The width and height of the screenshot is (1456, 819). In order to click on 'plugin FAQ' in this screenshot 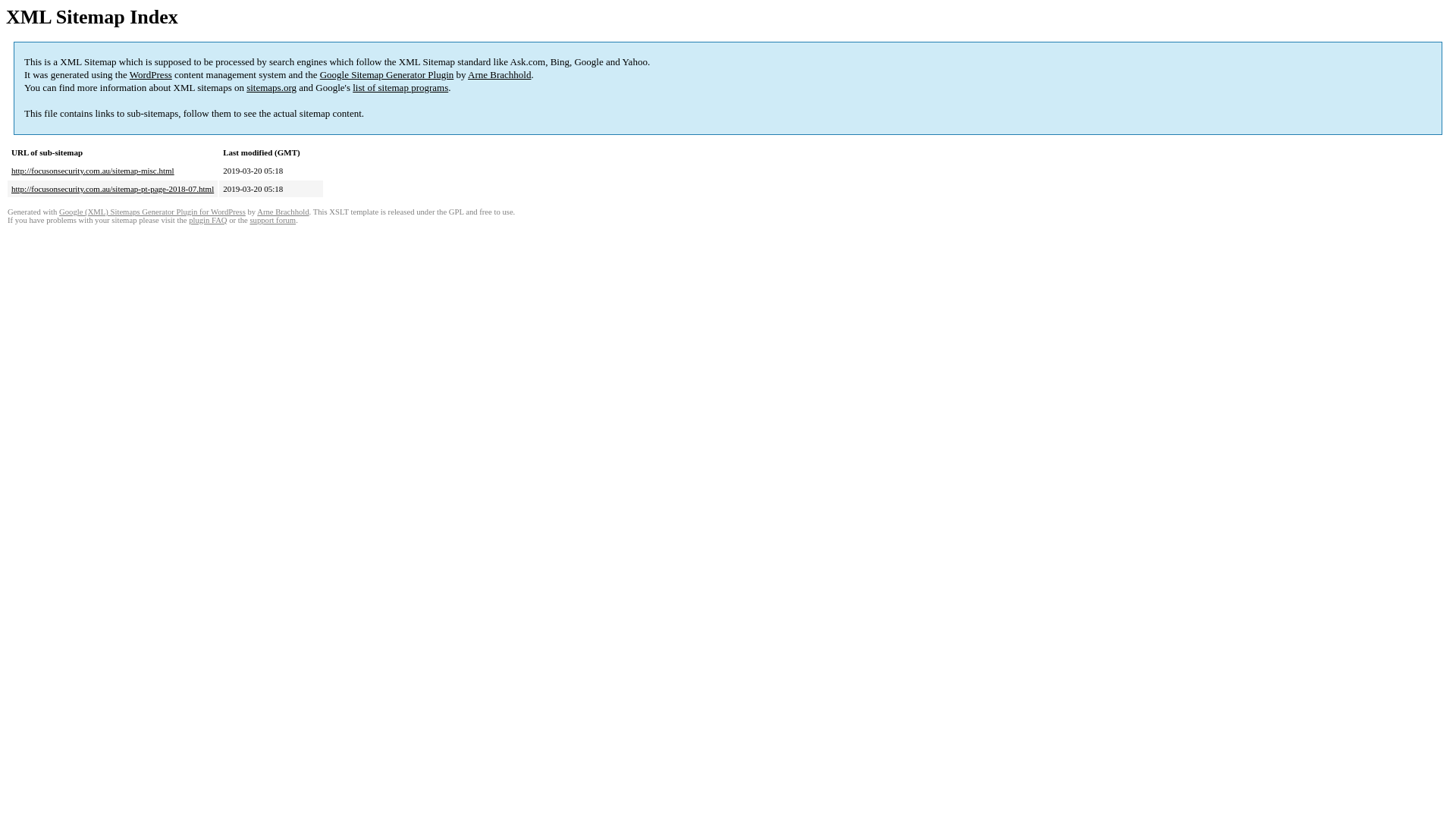, I will do `click(206, 220)`.